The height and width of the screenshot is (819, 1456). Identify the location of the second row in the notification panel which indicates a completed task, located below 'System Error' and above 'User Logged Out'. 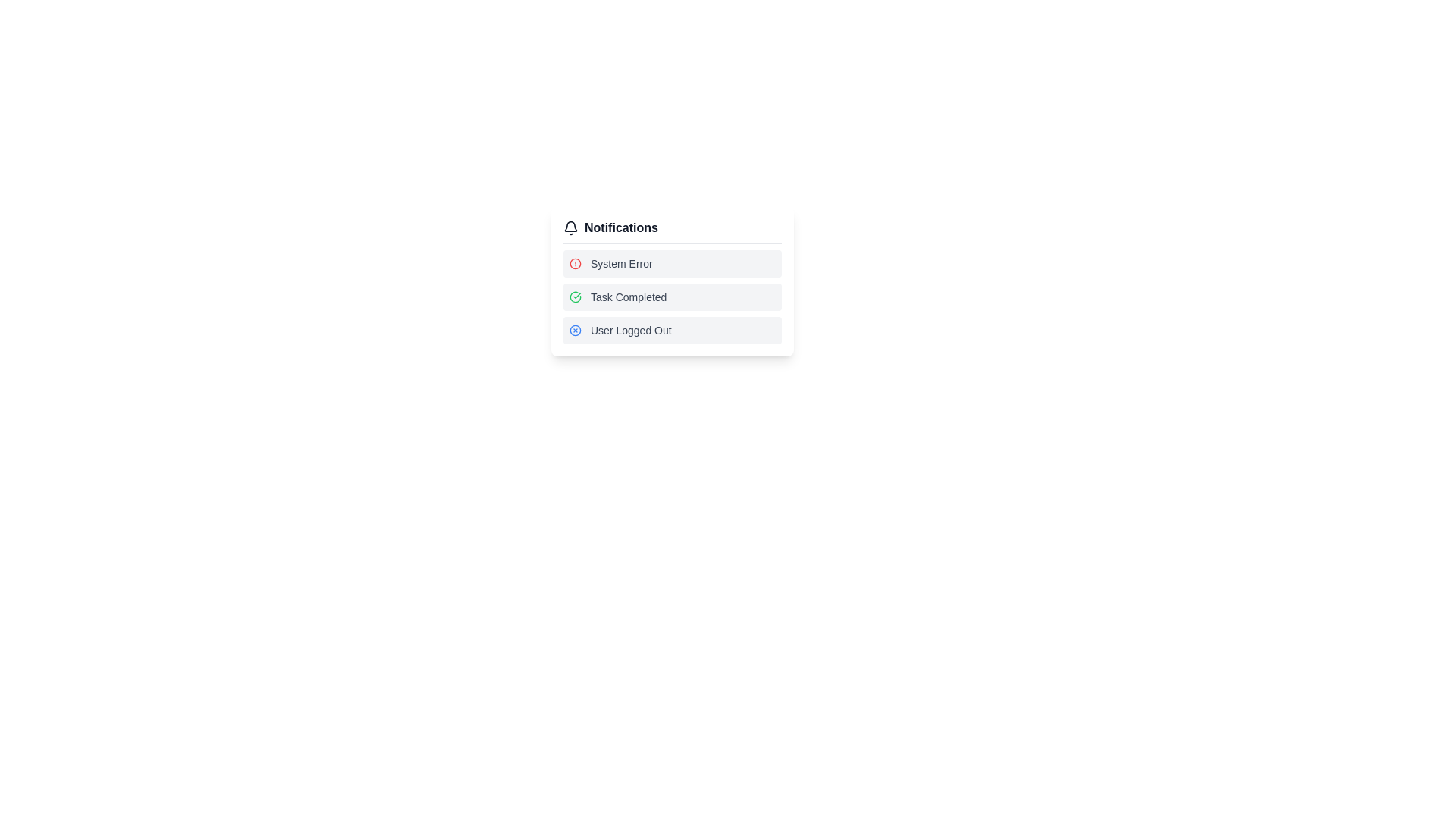
(672, 281).